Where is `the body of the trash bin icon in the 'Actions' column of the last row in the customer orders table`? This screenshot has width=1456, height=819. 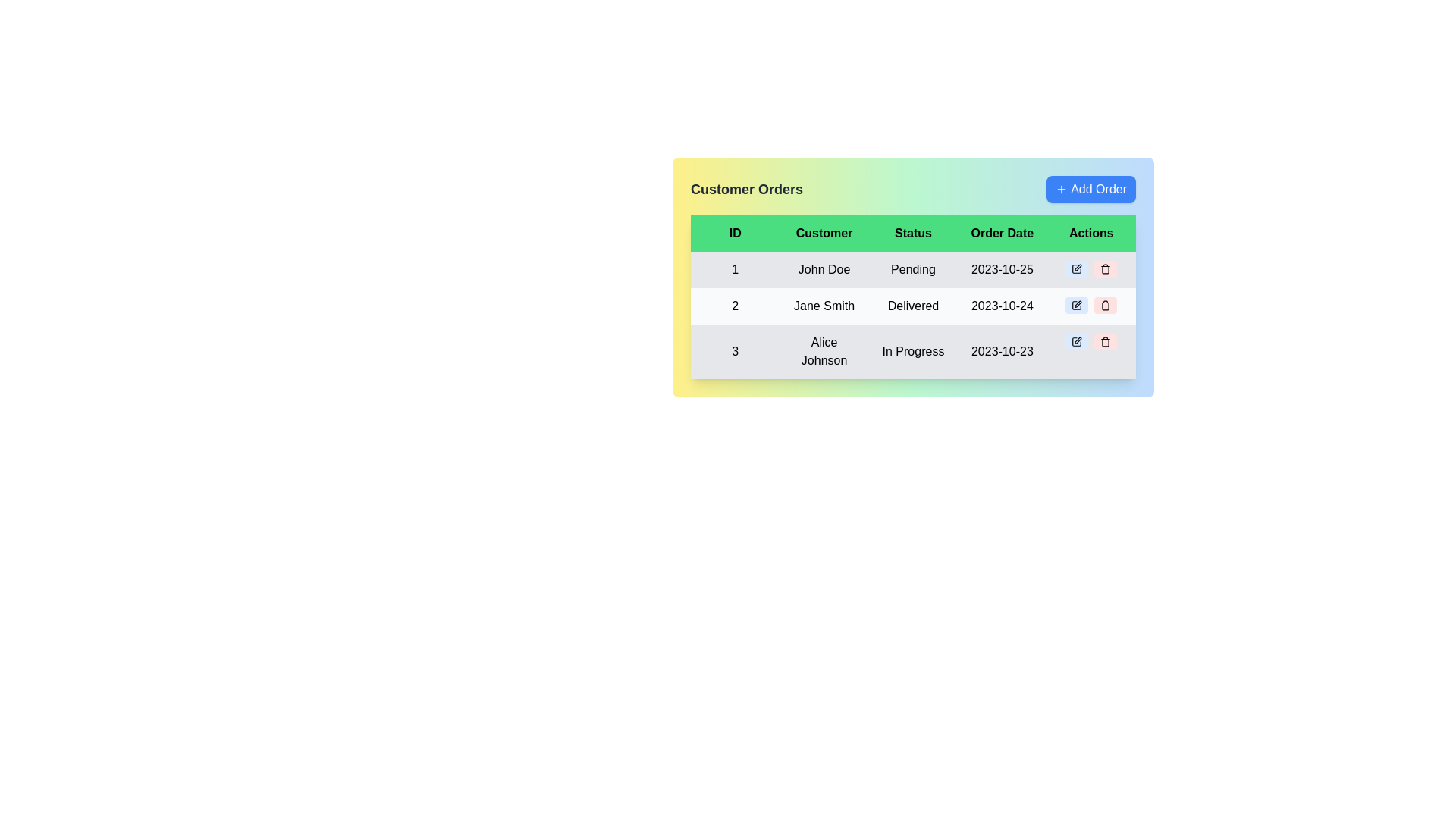
the body of the trash bin icon in the 'Actions' column of the last row in the customer orders table is located at coordinates (1106, 343).